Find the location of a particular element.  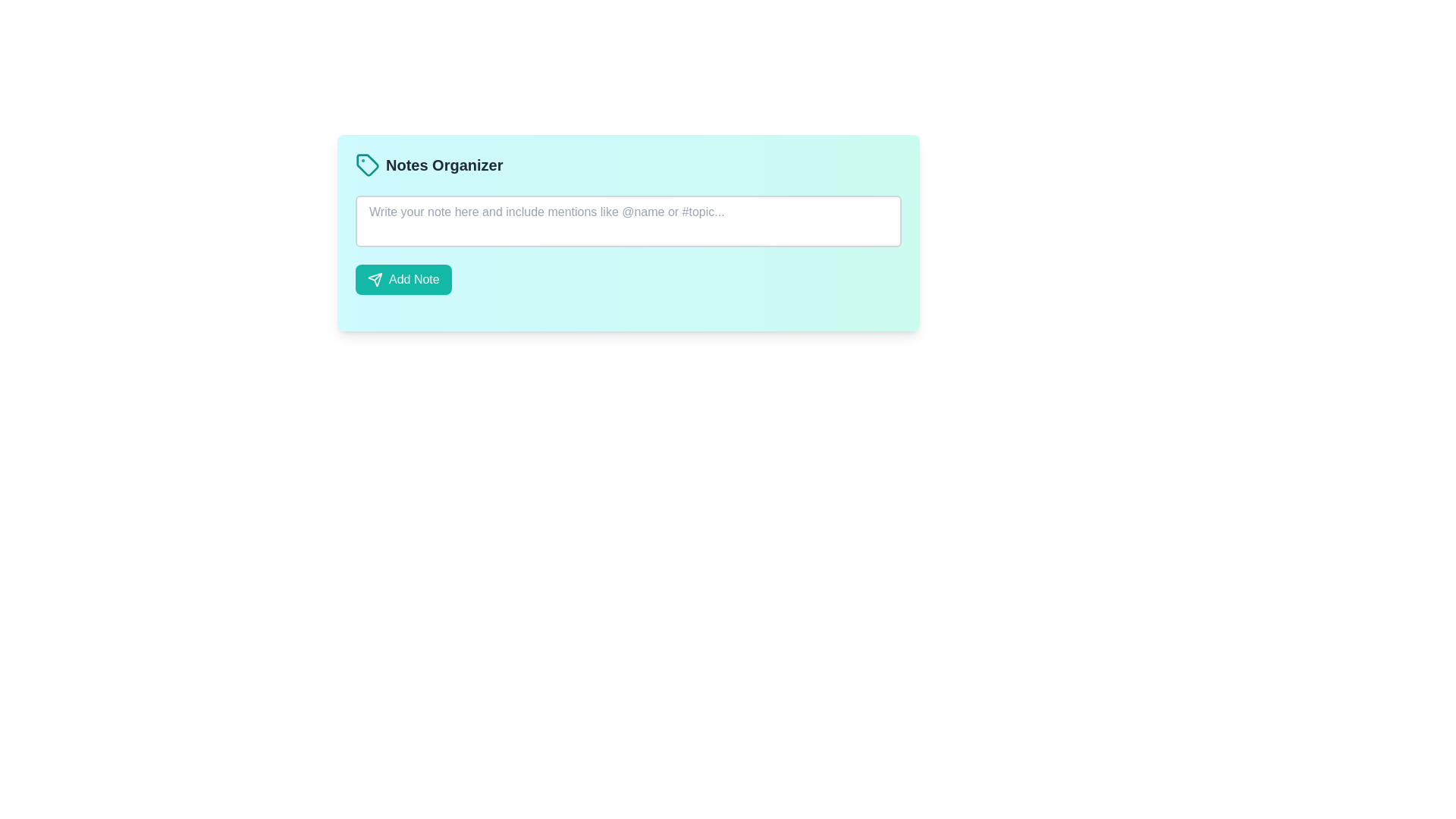

the tagging icon located to the left of the 'Notes Organizer' title is located at coordinates (367, 165).